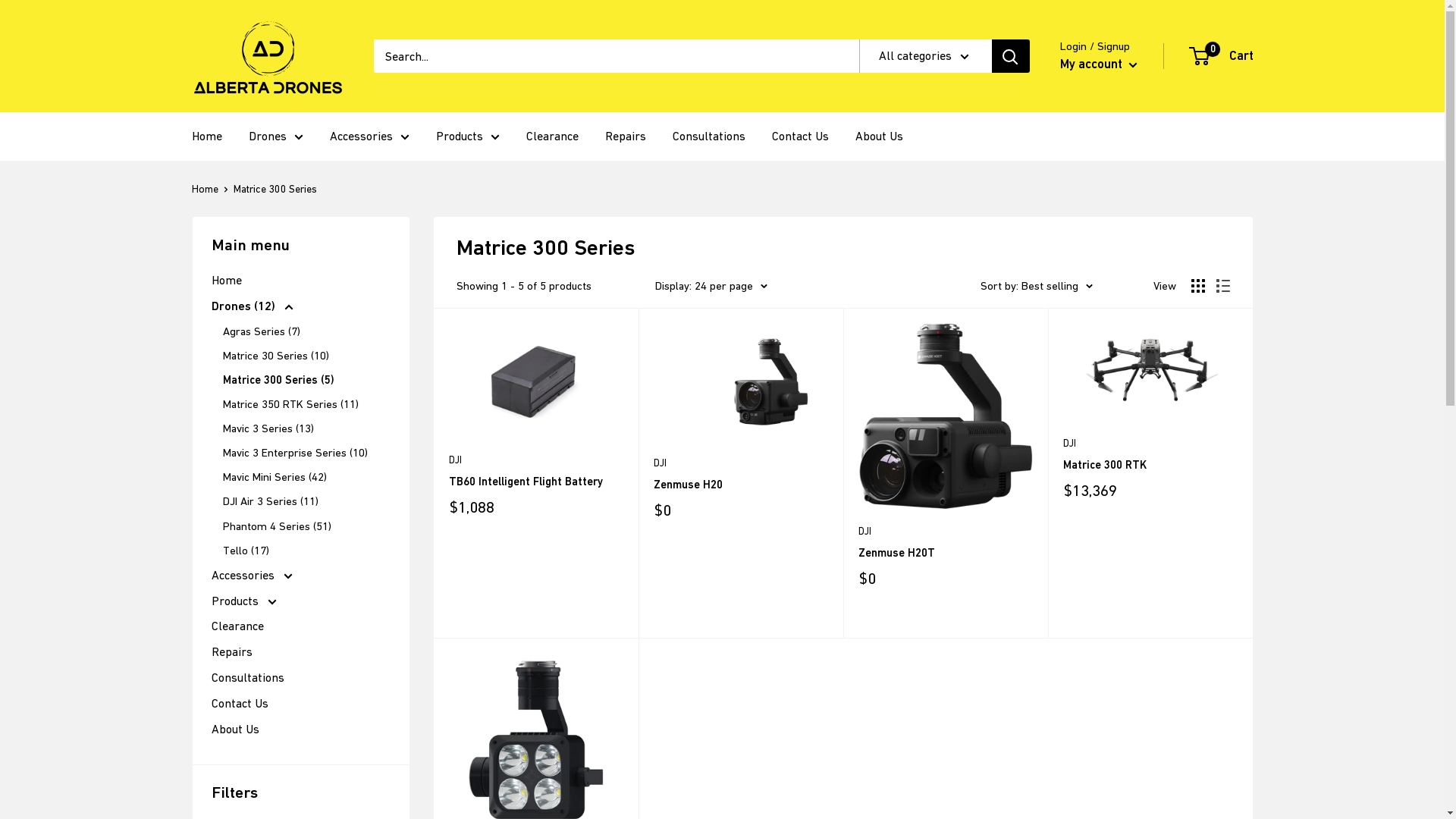 This screenshot has width=1456, height=819. What do you see at coordinates (741, 484) in the screenshot?
I see `'Zenmuse H20'` at bounding box center [741, 484].